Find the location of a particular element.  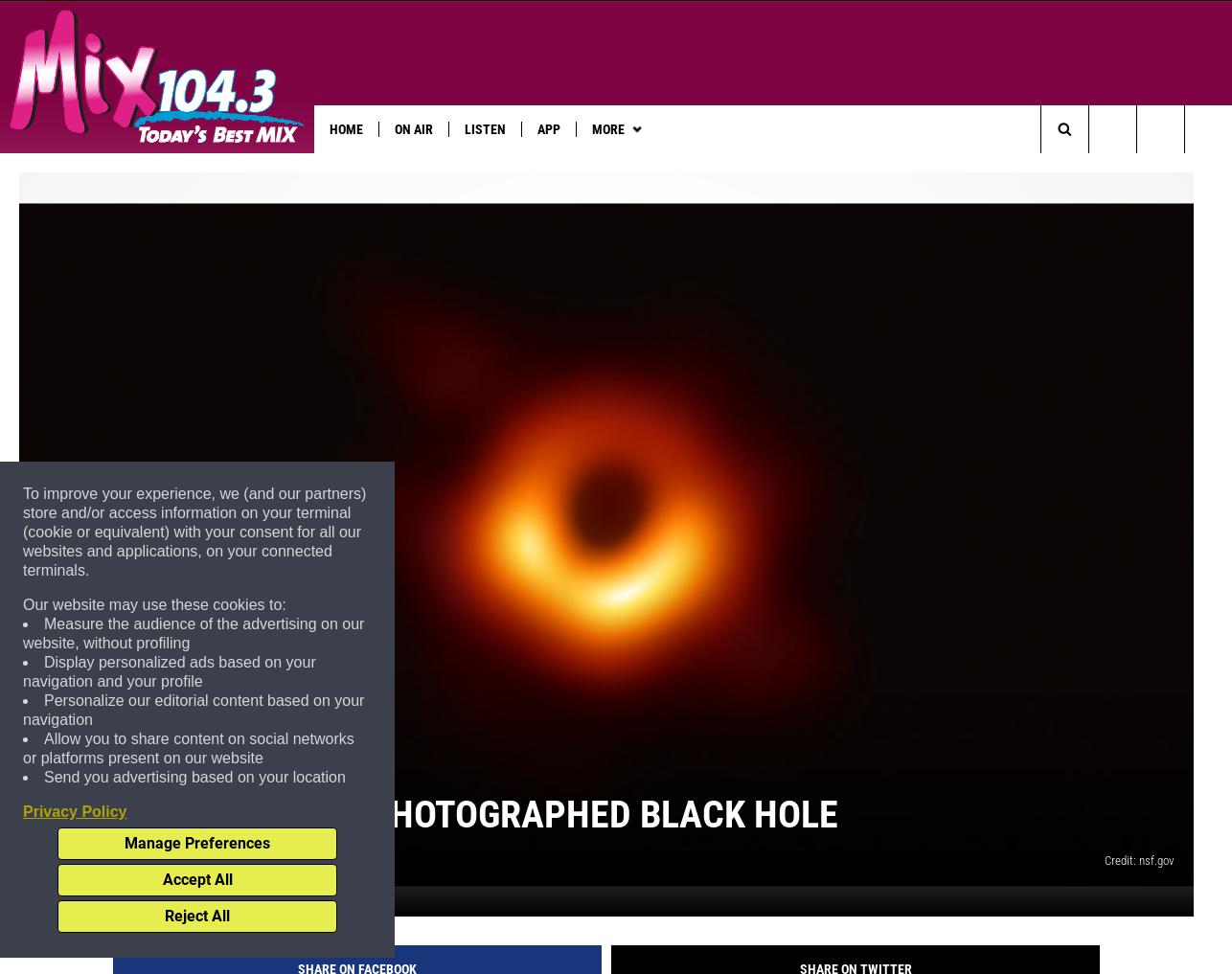

'Movember' is located at coordinates (672, 169).